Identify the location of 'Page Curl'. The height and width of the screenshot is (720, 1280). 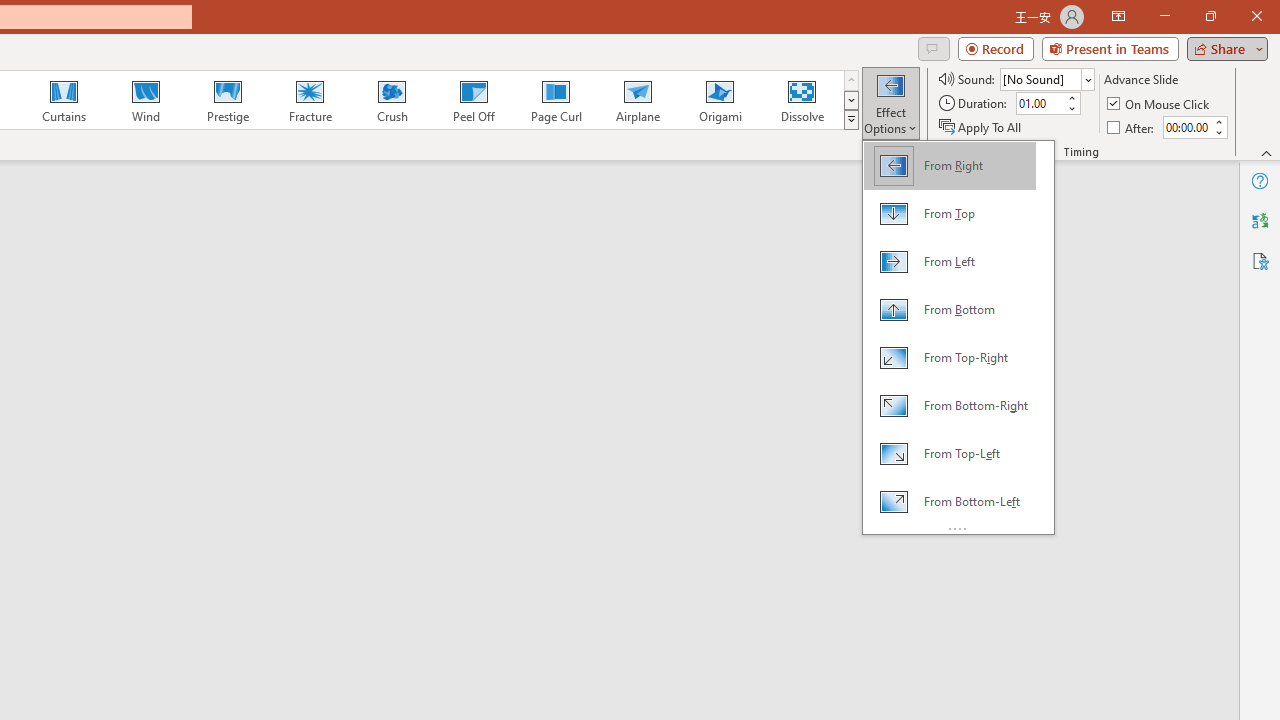
(555, 100).